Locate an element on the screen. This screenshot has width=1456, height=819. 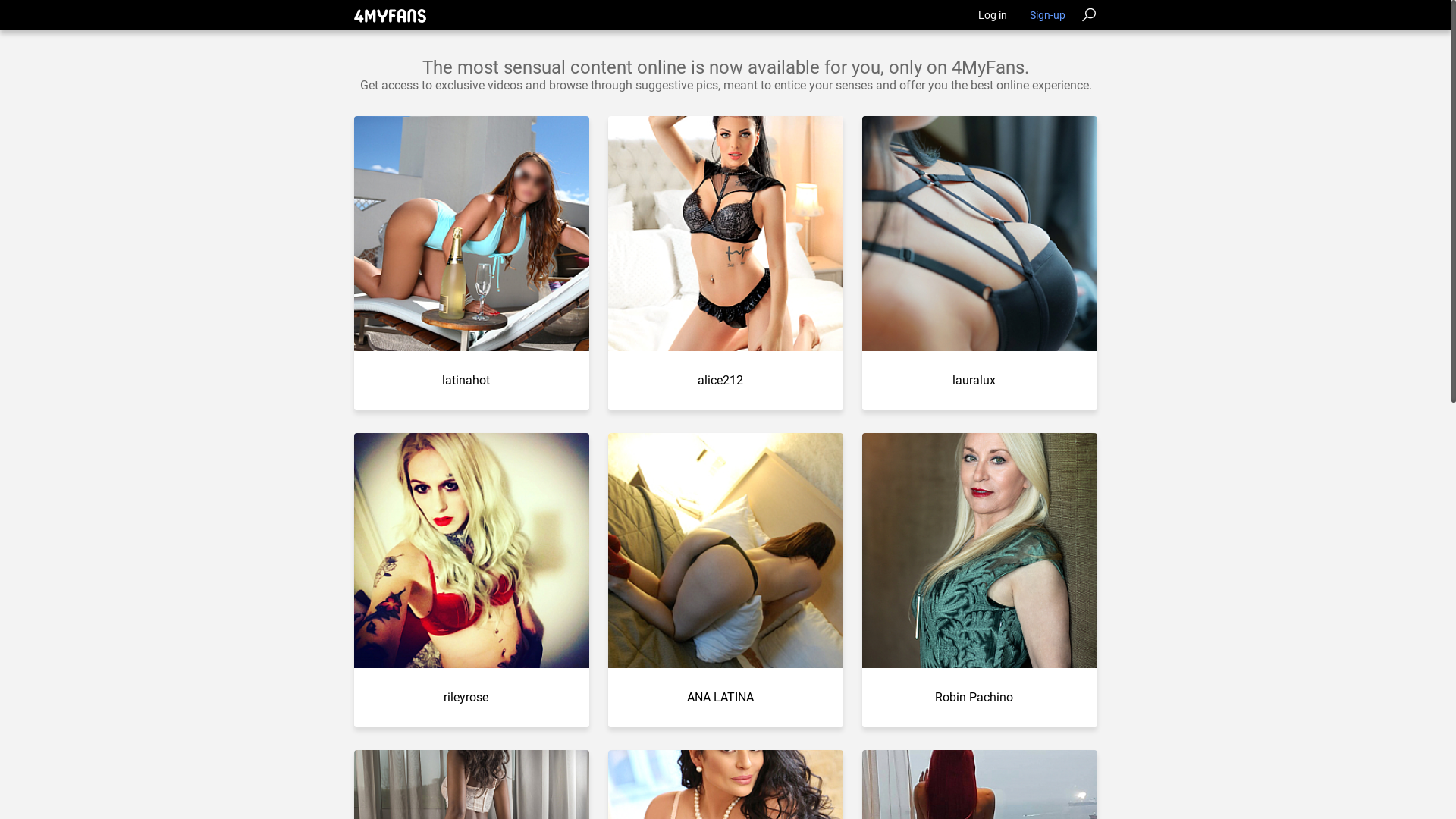
'ANA LATINA' is located at coordinates (720, 697).